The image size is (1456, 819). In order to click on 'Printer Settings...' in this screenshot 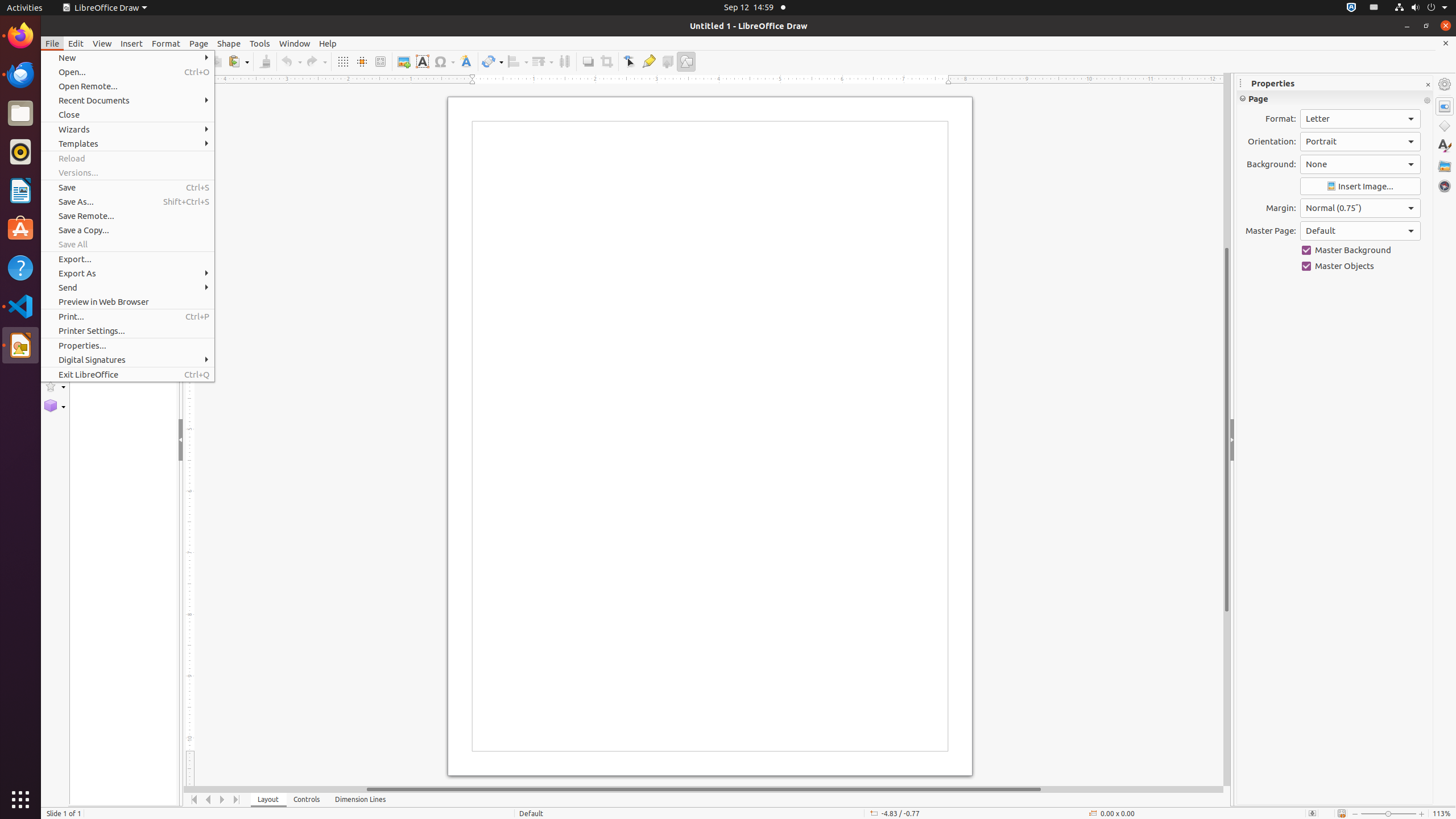, I will do `click(127, 330)`.